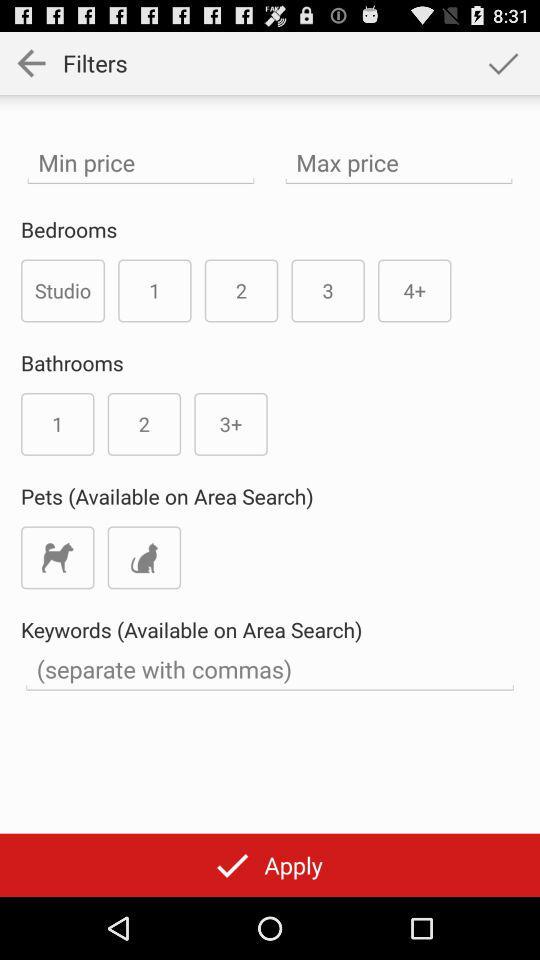  I want to click on cats, so click(143, 557).